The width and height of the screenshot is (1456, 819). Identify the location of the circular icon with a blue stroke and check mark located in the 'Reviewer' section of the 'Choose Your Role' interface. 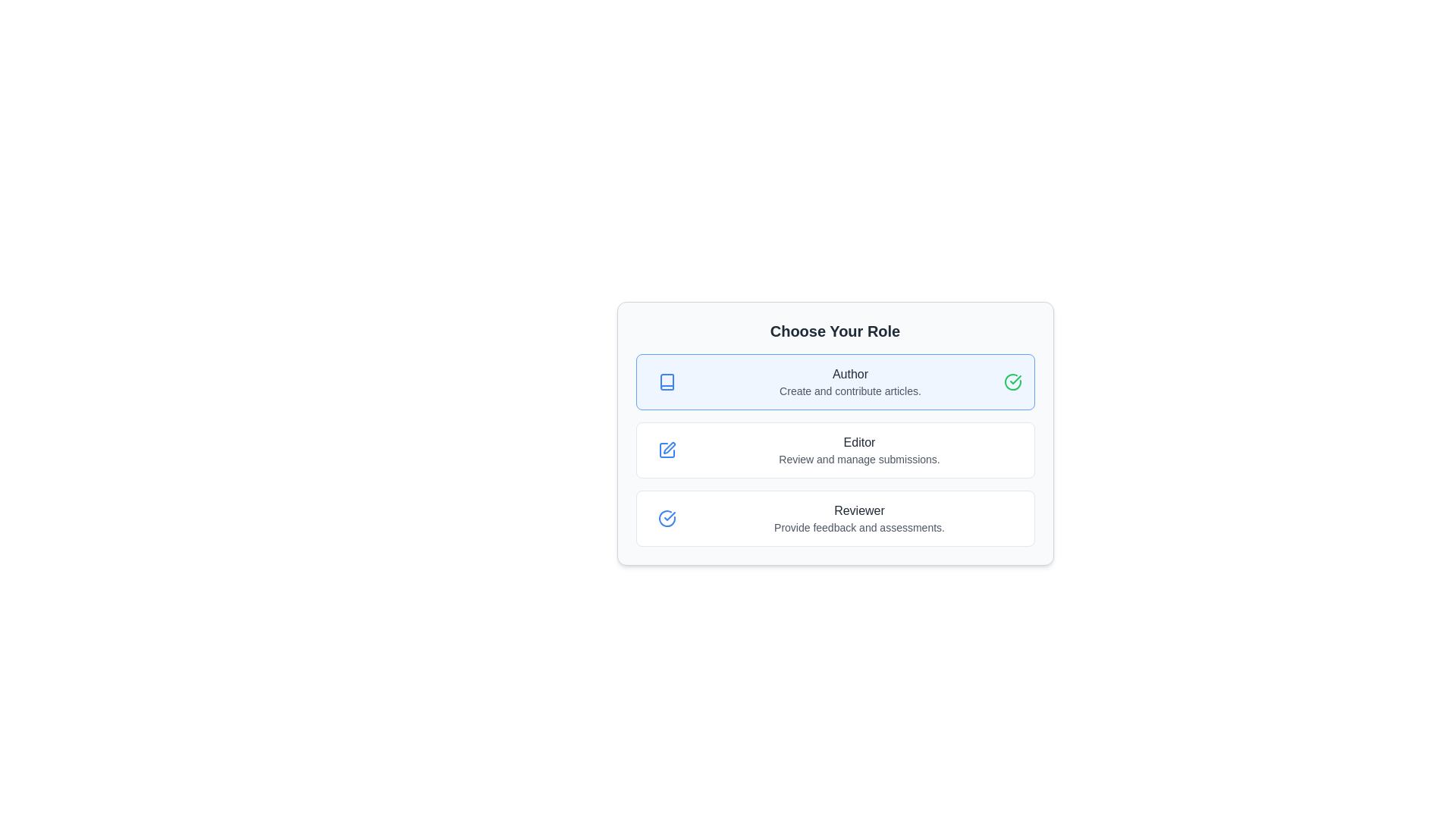
(667, 517).